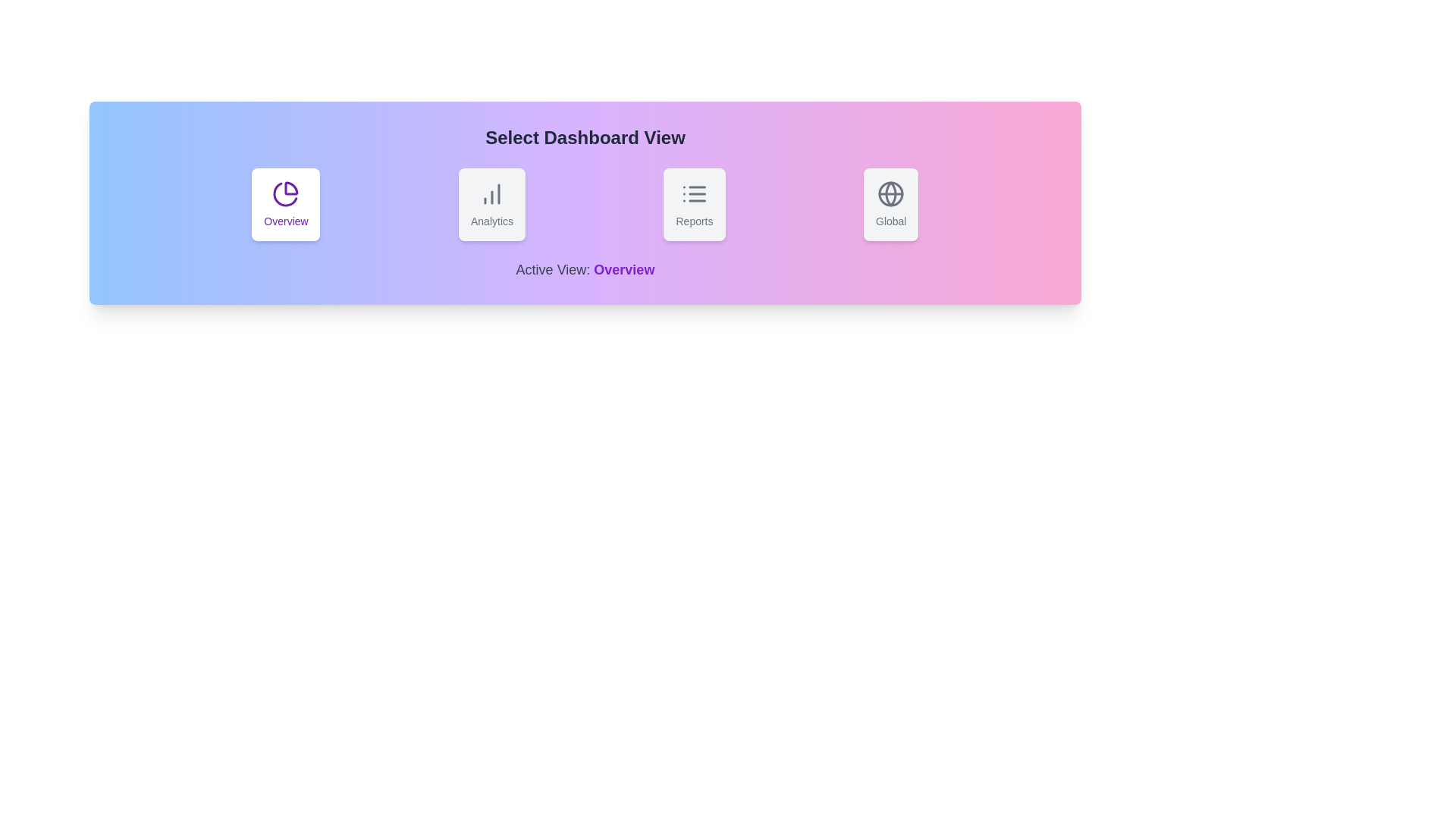 The image size is (1456, 819). What do you see at coordinates (491, 205) in the screenshot?
I see `the button labeled Analytics to switch the active dashboard view` at bounding box center [491, 205].